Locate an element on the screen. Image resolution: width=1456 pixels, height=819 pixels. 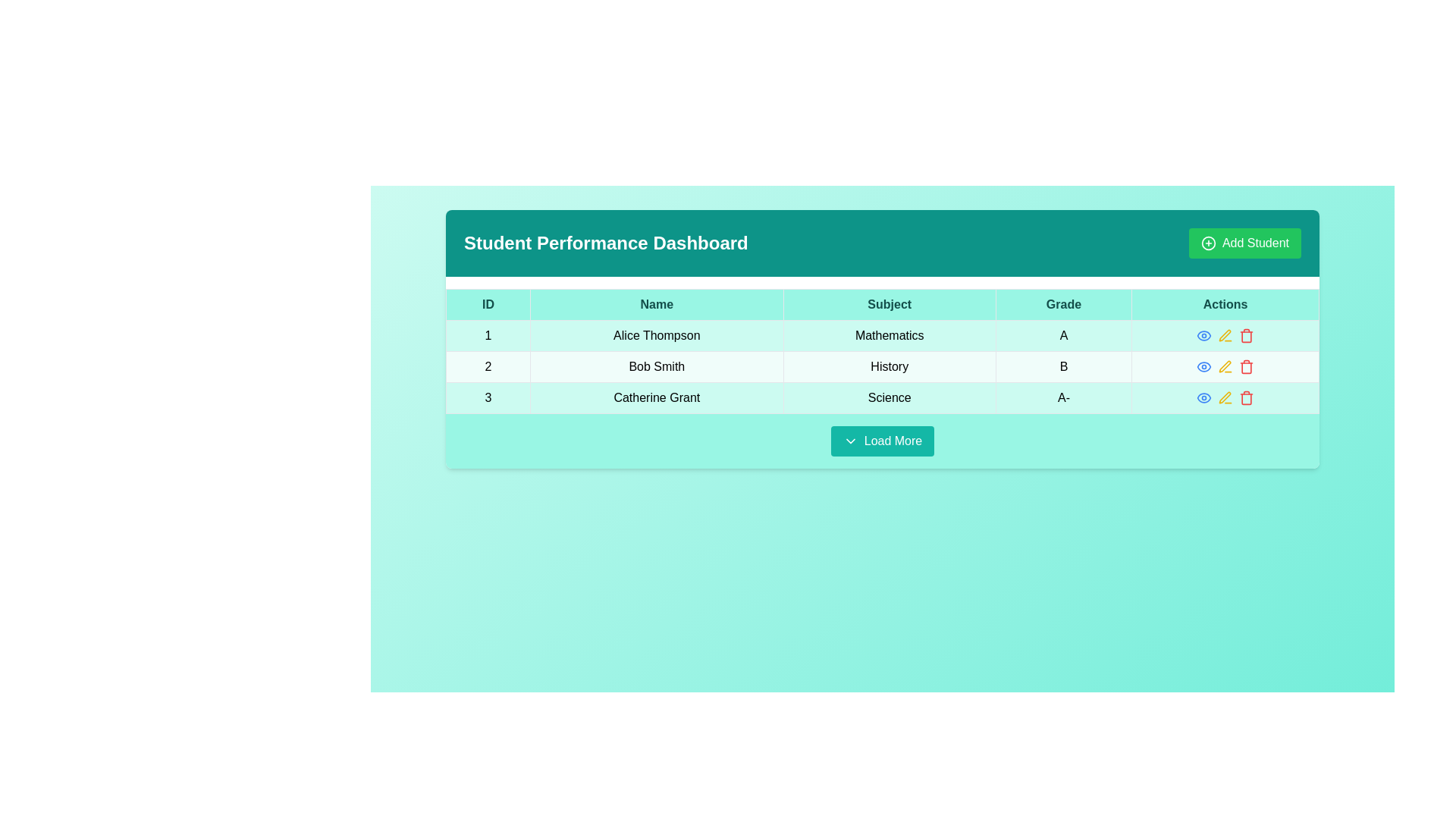
the yellow pencil icon in the Actions column of the second row in the student performance dashboard is located at coordinates (1225, 366).